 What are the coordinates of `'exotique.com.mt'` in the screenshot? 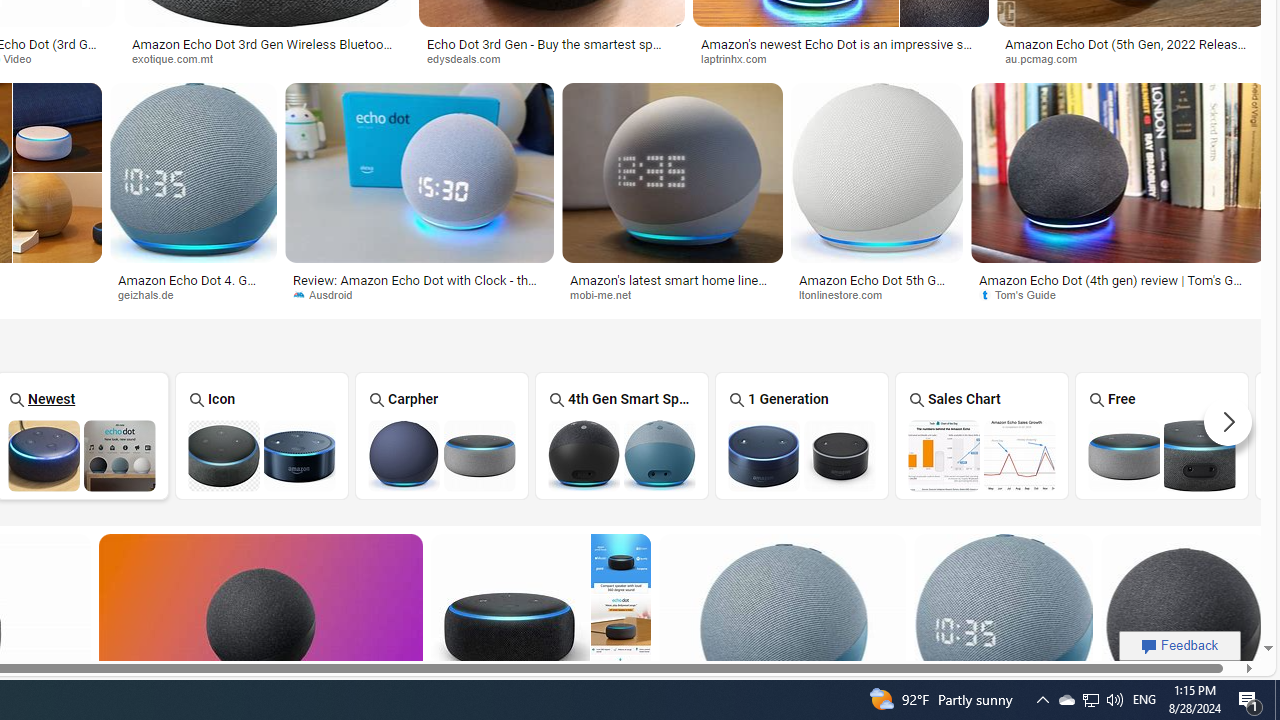 It's located at (179, 57).